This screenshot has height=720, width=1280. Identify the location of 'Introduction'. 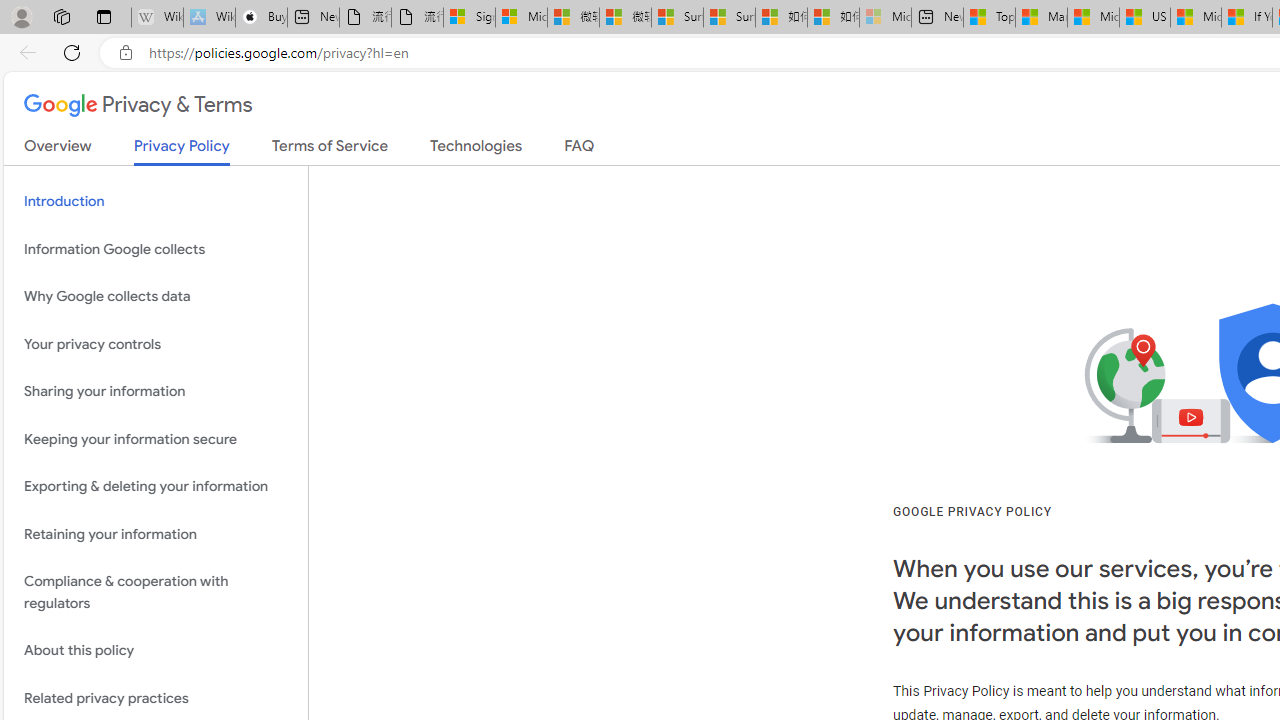
(155, 201).